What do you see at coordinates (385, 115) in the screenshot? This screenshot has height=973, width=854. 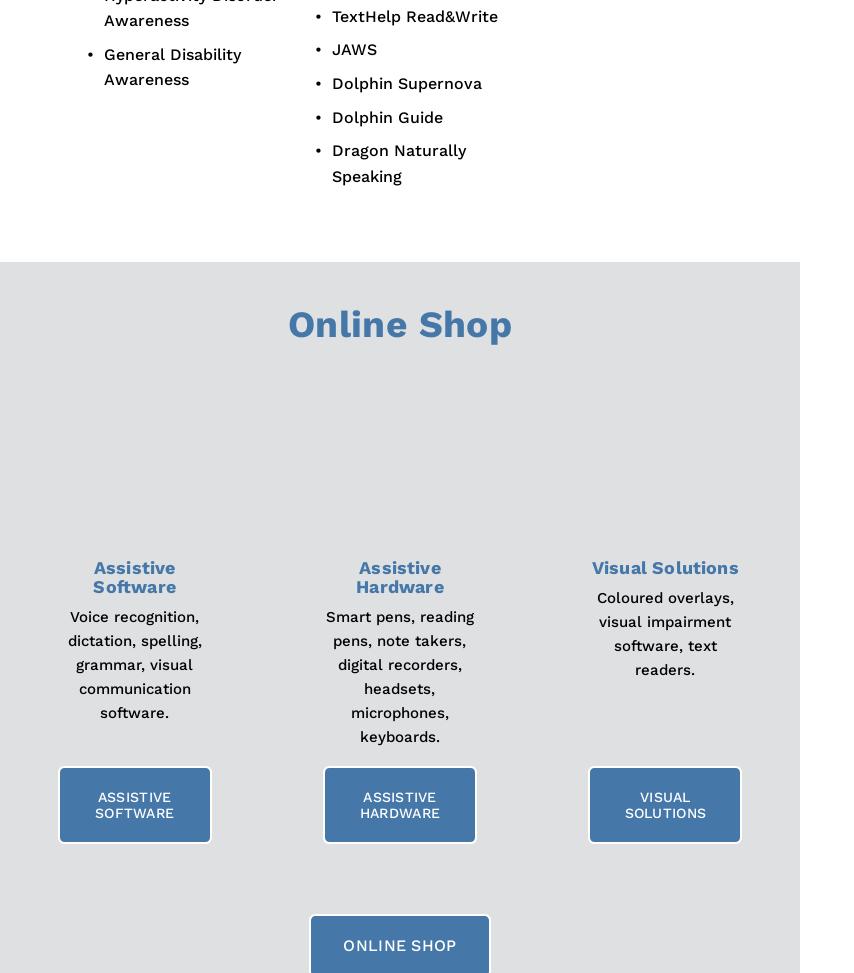 I see `'Dolphin Guide'` at bounding box center [385, 115].